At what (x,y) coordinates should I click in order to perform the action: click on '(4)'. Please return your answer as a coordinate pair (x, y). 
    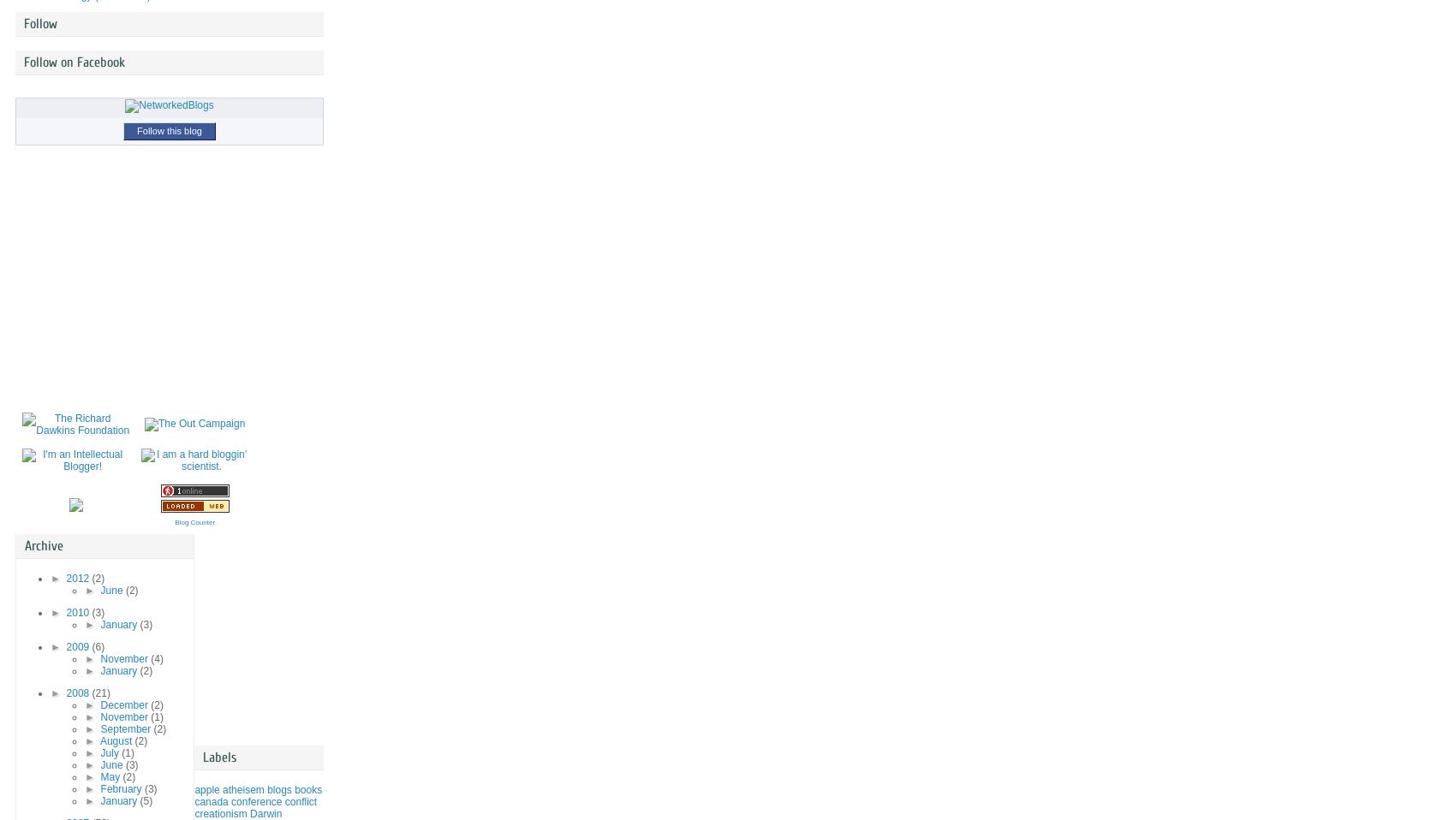
    Looking at the image, I should click on (149, 659).